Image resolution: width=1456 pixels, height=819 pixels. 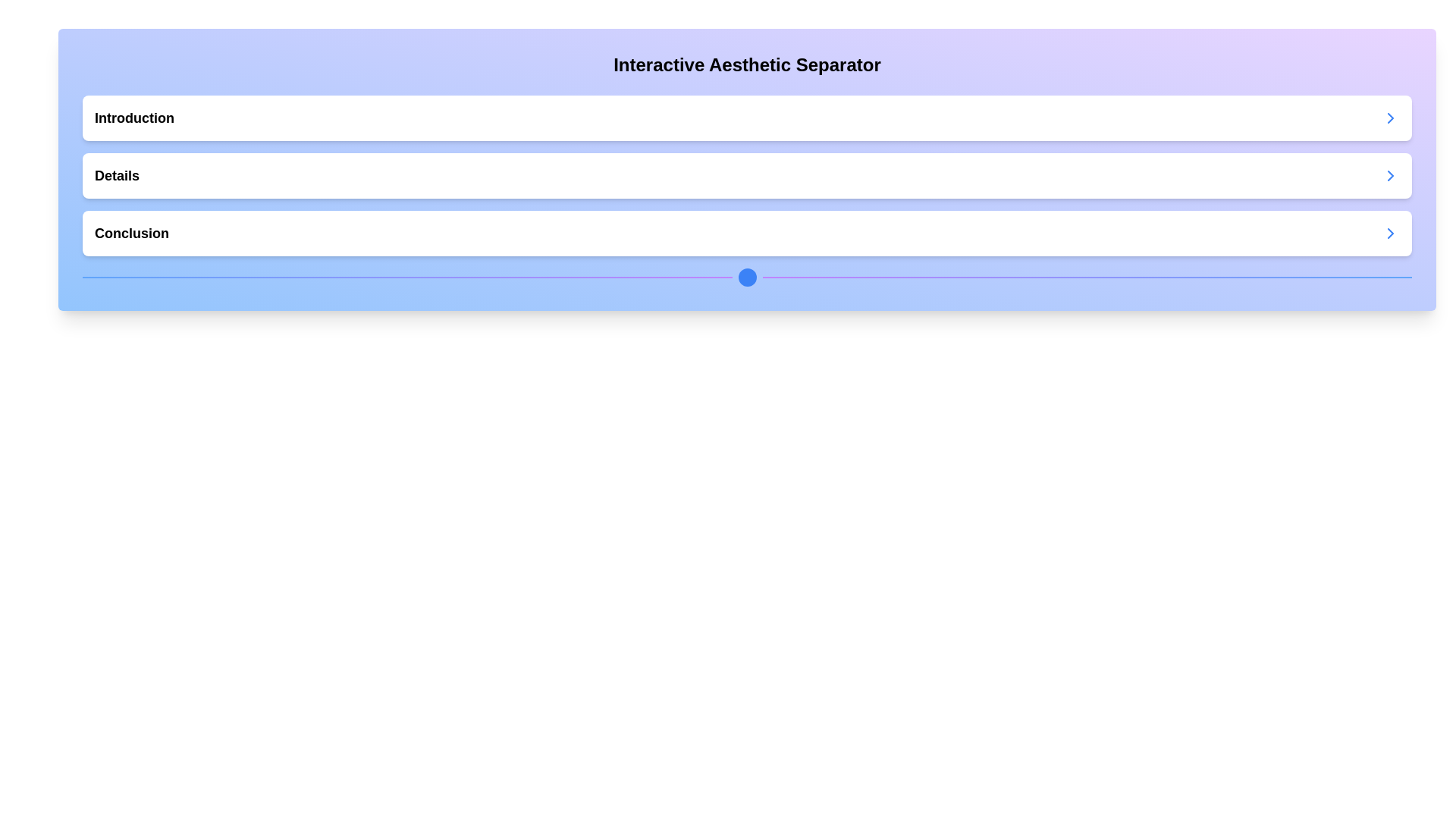 What do you see at coordinates (747, 278) in the screenshot?
I see `the small circular marker with a blue background, which is positioned centrally between two colorful gradient segments on the layout` at bounding box center [747, 278].